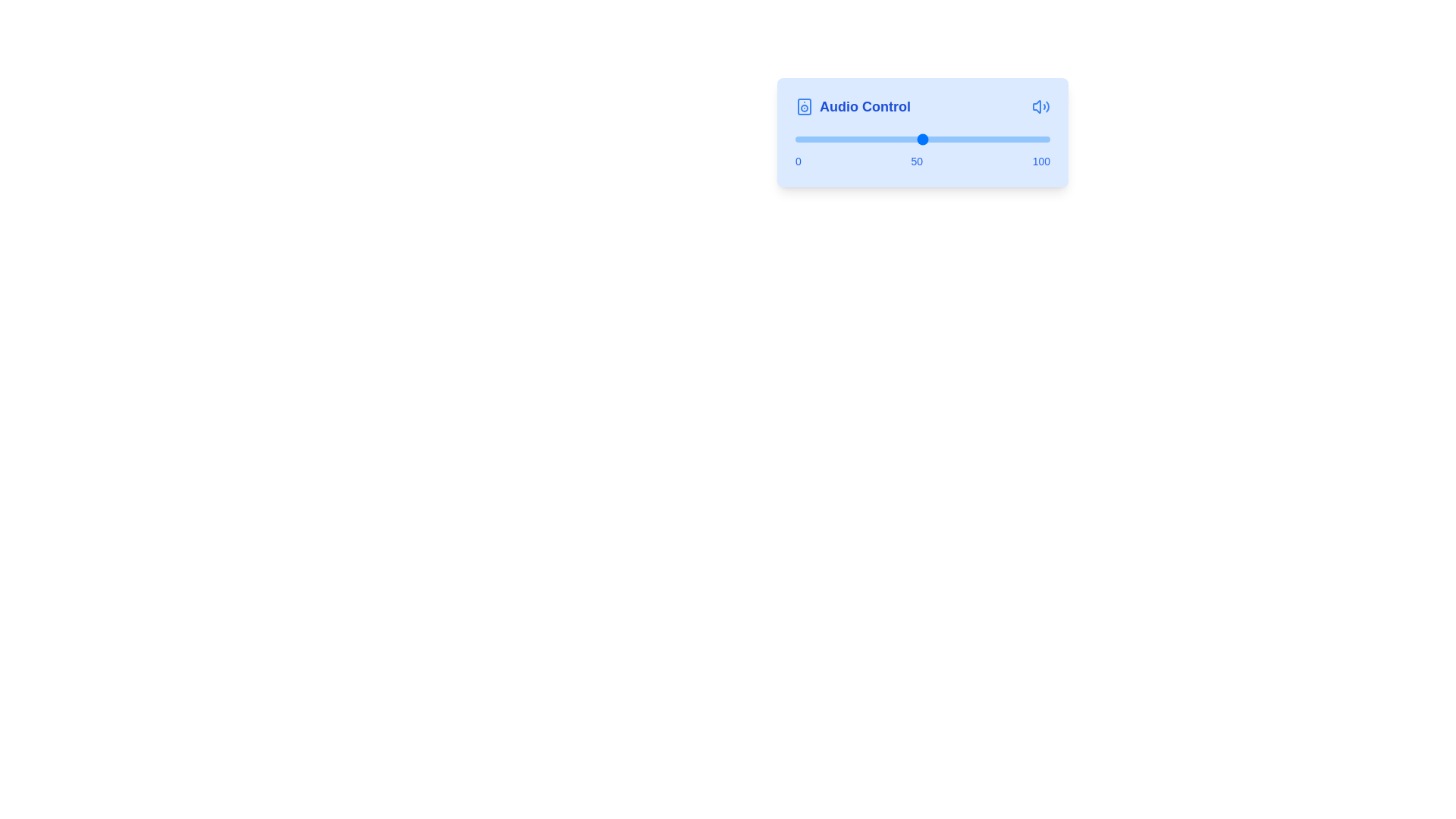  Describe the element at coordinates (922, 161) in the screenshot. I see `the text label displaying volume levels ('0', '50', '100') in blue font, located beneath the slider control in the 'Audio Control' UI component` at that location.